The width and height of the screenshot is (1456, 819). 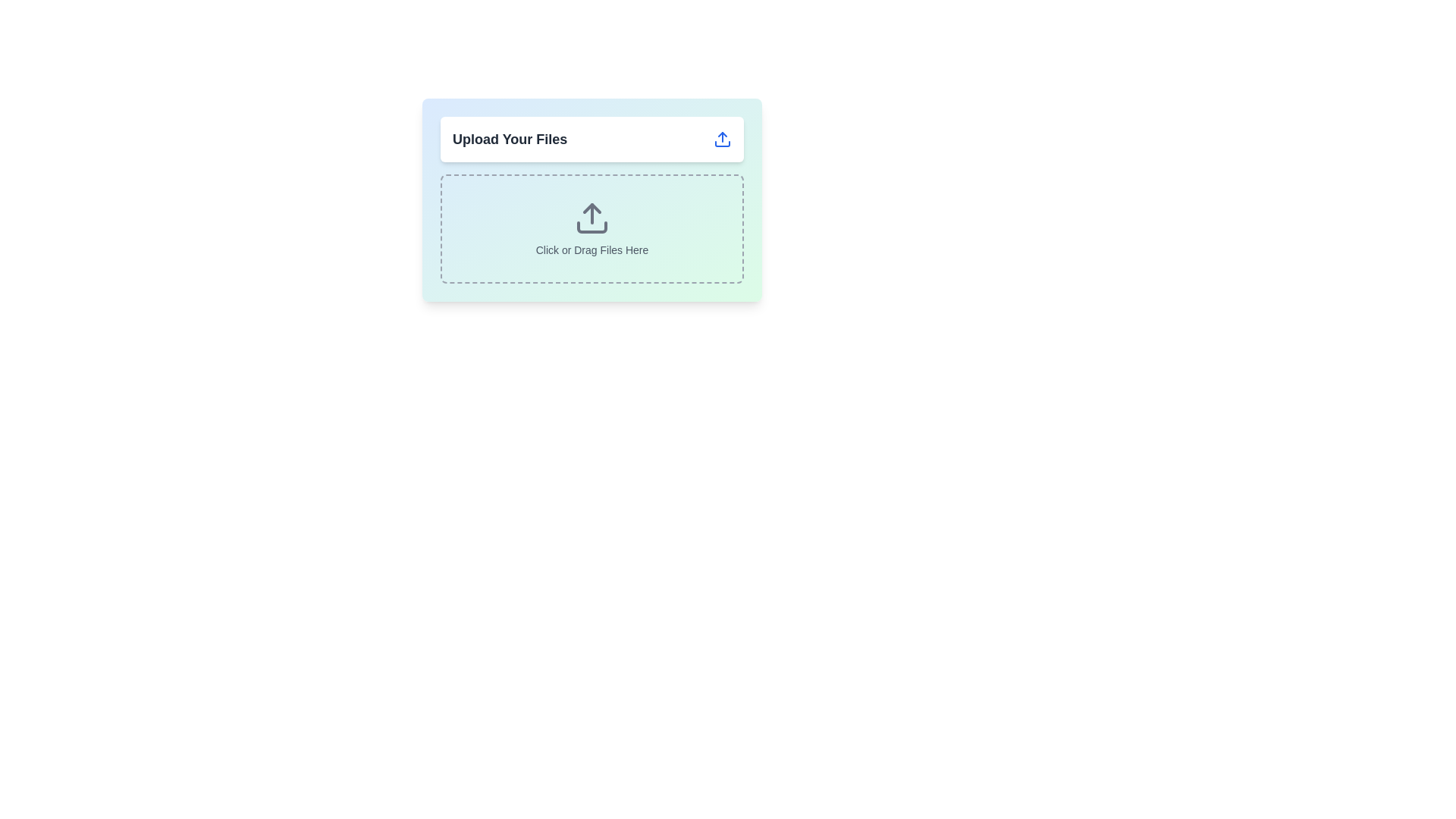 I want to click on the dashed rectangular area of the file upload widget, so click(x=591, y=199).